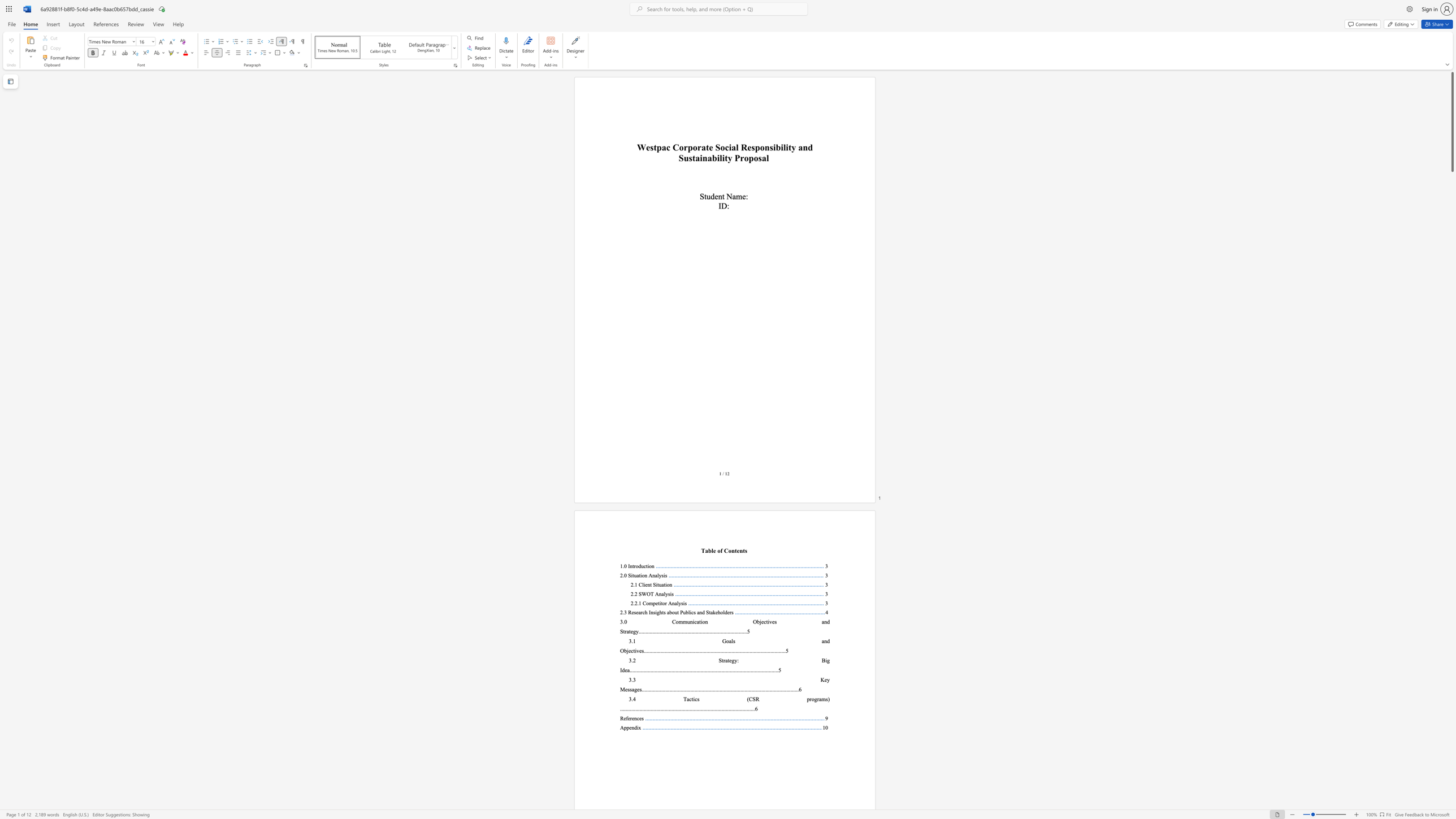  I want to click on the subset text "tr" within the text "1.0 Introduction", so click(632, 566).